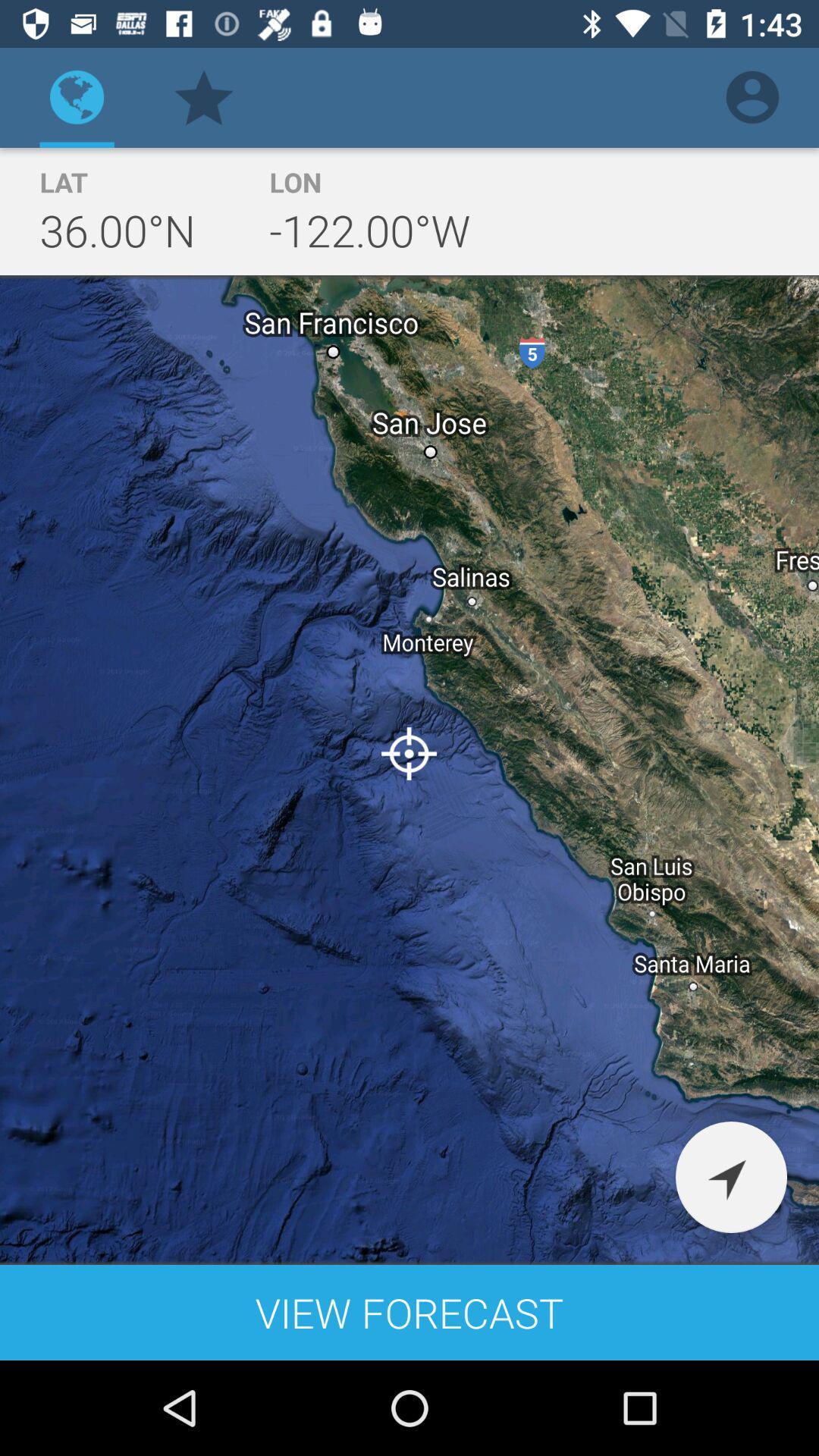  Describe the element at coordinates (752, 96) in the screenshot. I see `the avatar icon` at that location.